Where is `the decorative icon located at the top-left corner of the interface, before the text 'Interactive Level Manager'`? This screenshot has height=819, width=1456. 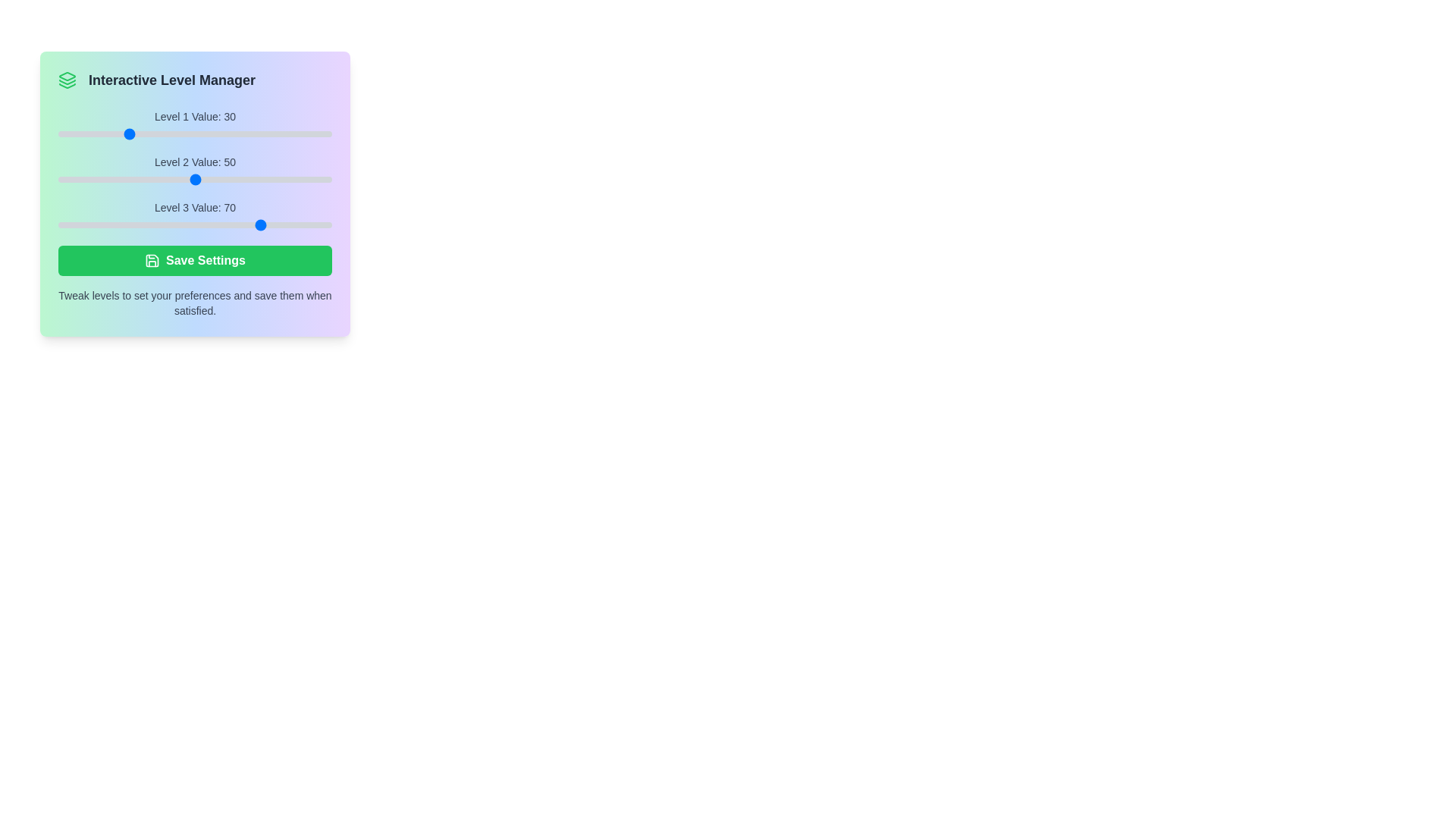
the decorative icon located at the top-left corner of the interface, before the text 'Interactive Level Manager' is located at coordinates (67, 76).